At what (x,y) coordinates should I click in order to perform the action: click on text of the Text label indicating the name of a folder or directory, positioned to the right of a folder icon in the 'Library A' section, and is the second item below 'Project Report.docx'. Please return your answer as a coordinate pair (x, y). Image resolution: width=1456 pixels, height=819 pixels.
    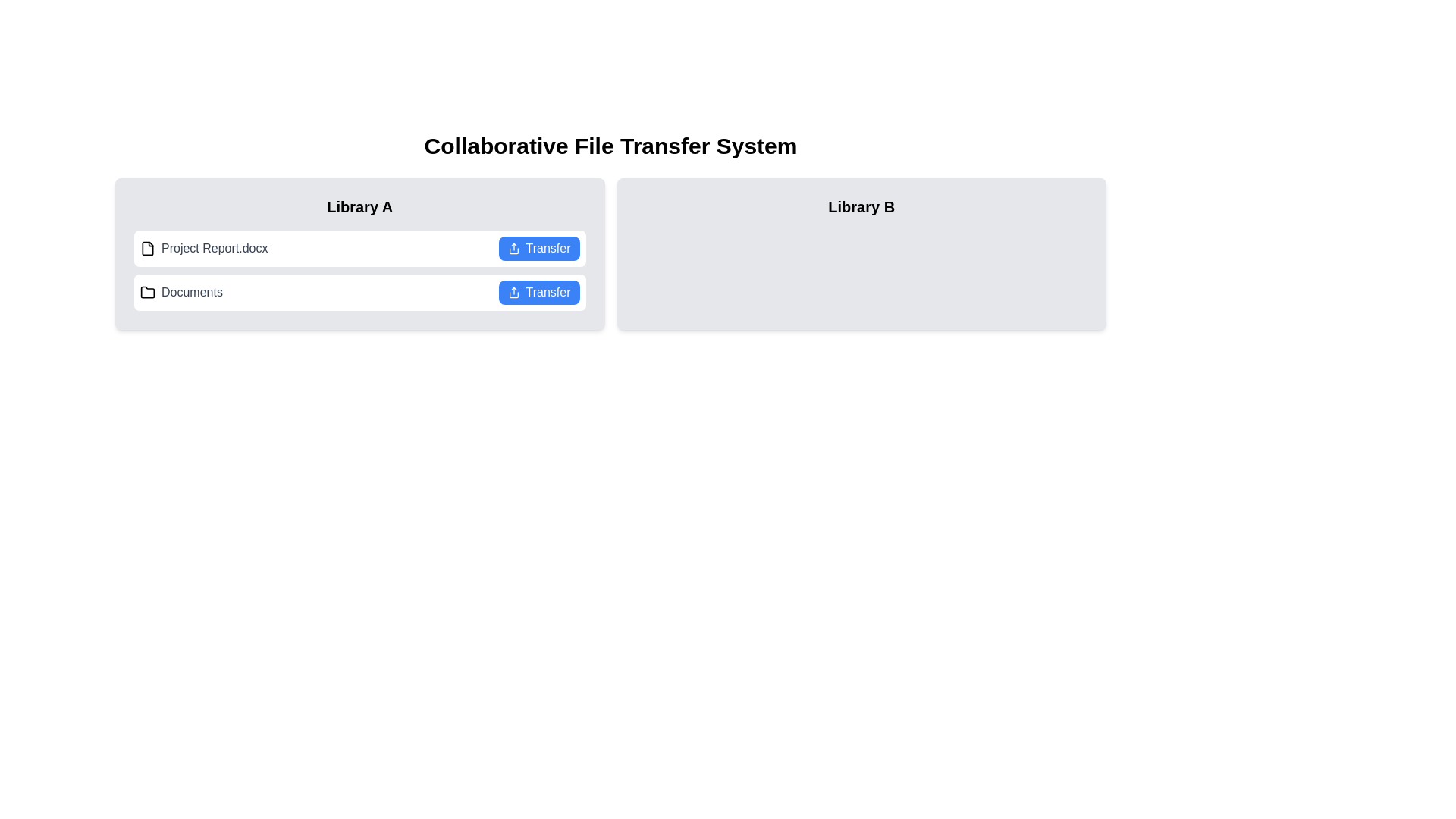
    Looking at the image, I should click on (191, 292).